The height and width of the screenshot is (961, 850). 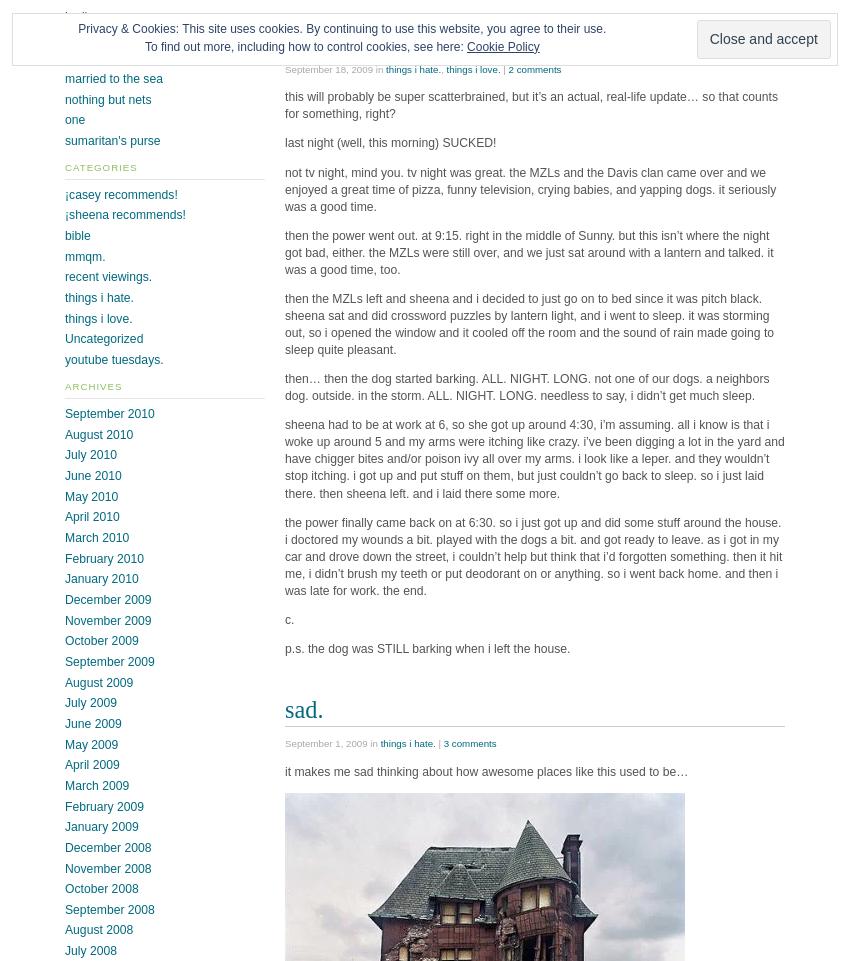 I want to click on 'December 2009', so click(x=107, y=598).